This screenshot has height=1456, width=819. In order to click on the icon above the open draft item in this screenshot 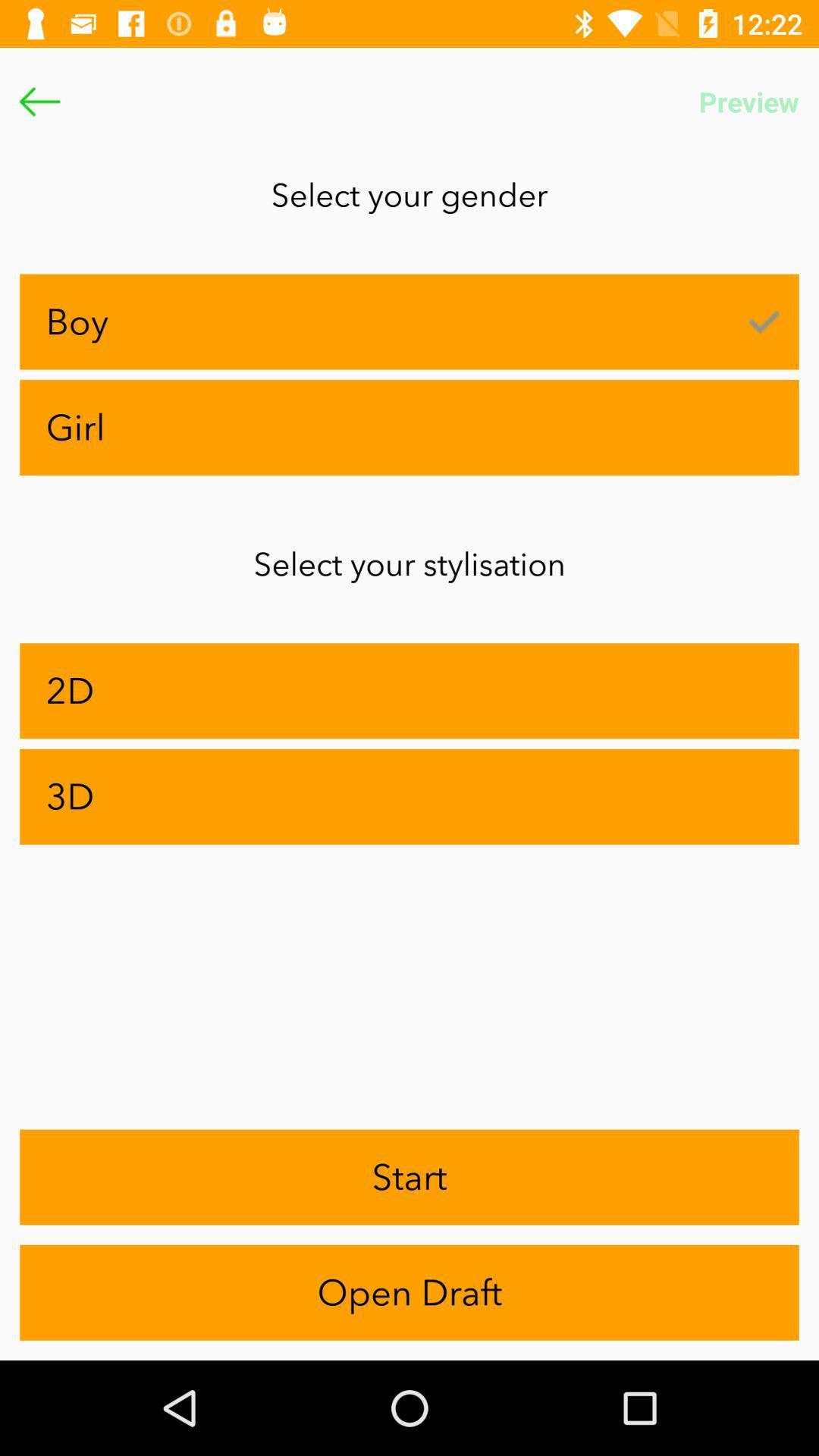, I will do `click(409, 1176)`.